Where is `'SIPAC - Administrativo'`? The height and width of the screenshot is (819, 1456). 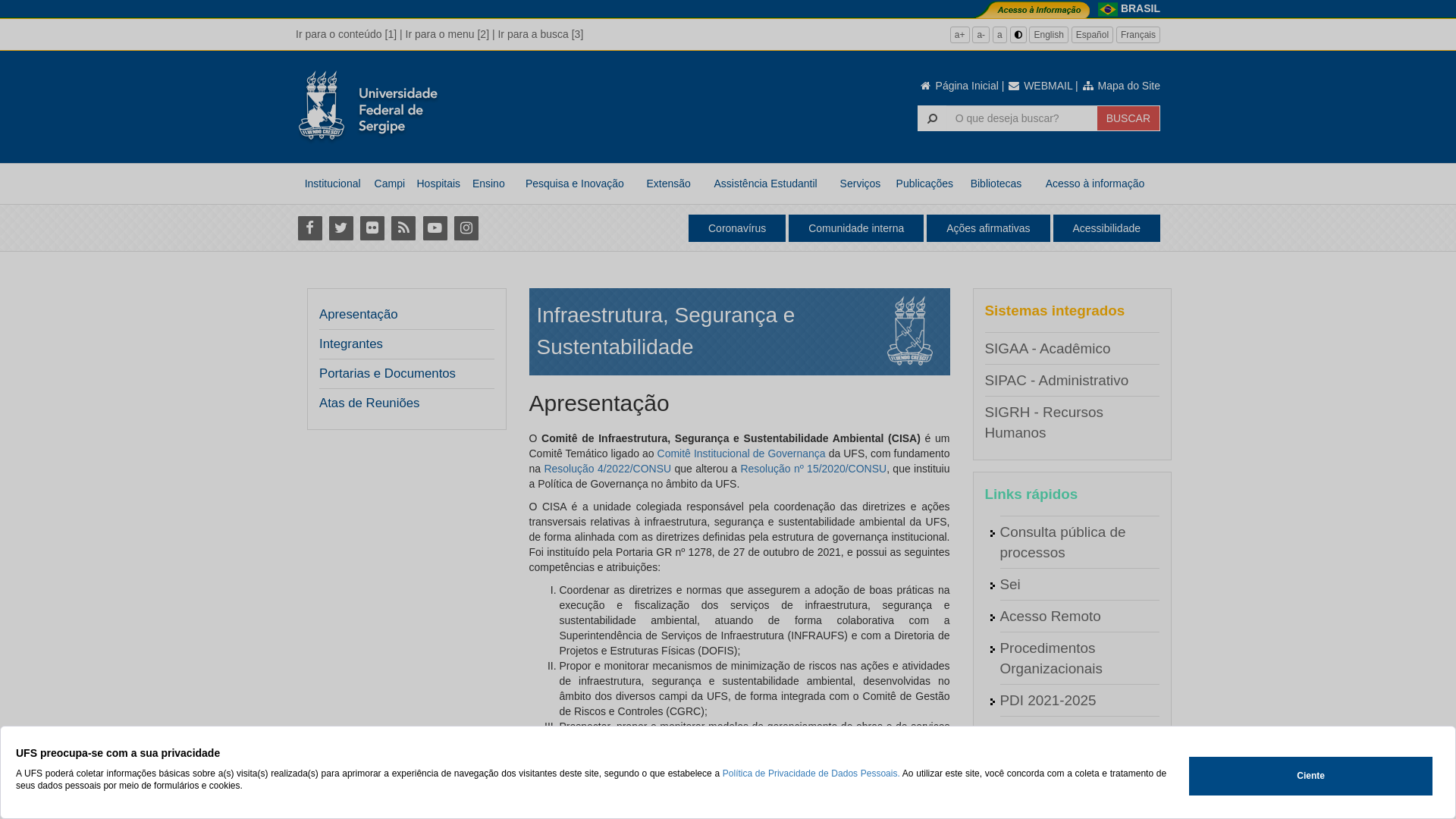 'SIPAC - Administrativo' is located at coordinates (1055, 379).